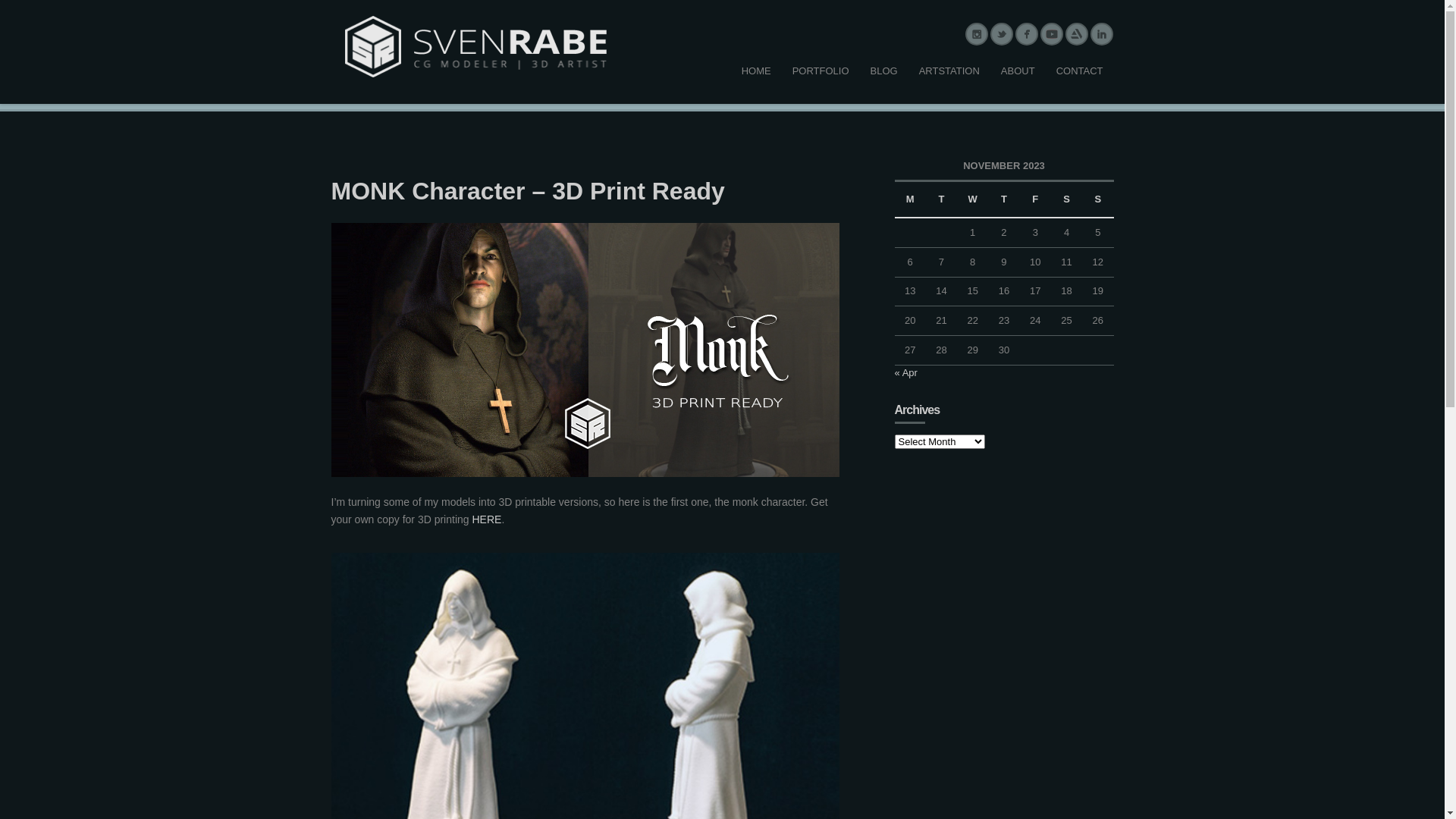 Image resolution: width=1456 pixels, height=819 pixels. Describe the element at coordinates (756, 71) in the screenshot. I see `'HOME'` at that location.